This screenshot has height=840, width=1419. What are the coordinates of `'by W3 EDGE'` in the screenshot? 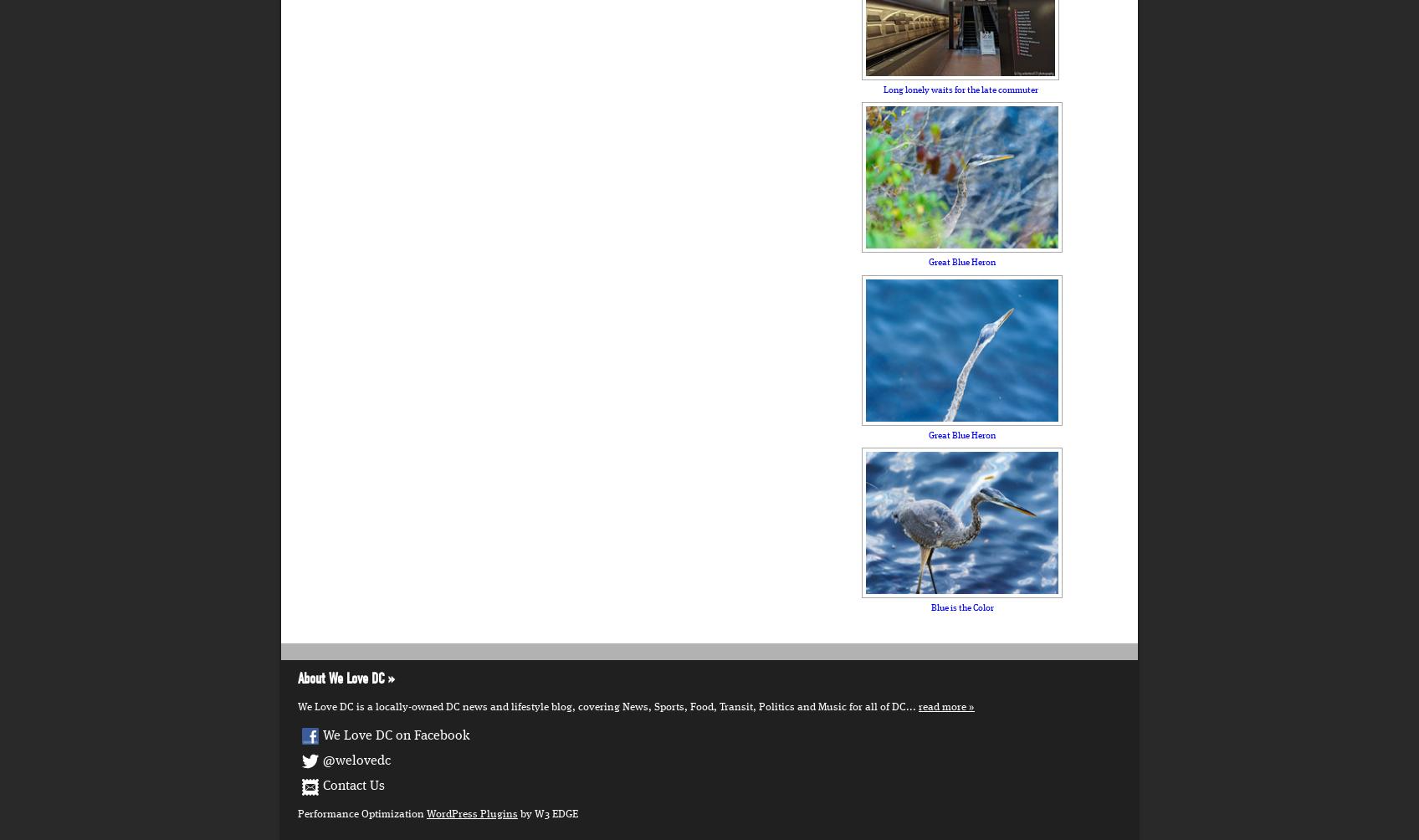 It's located at (546, 812).